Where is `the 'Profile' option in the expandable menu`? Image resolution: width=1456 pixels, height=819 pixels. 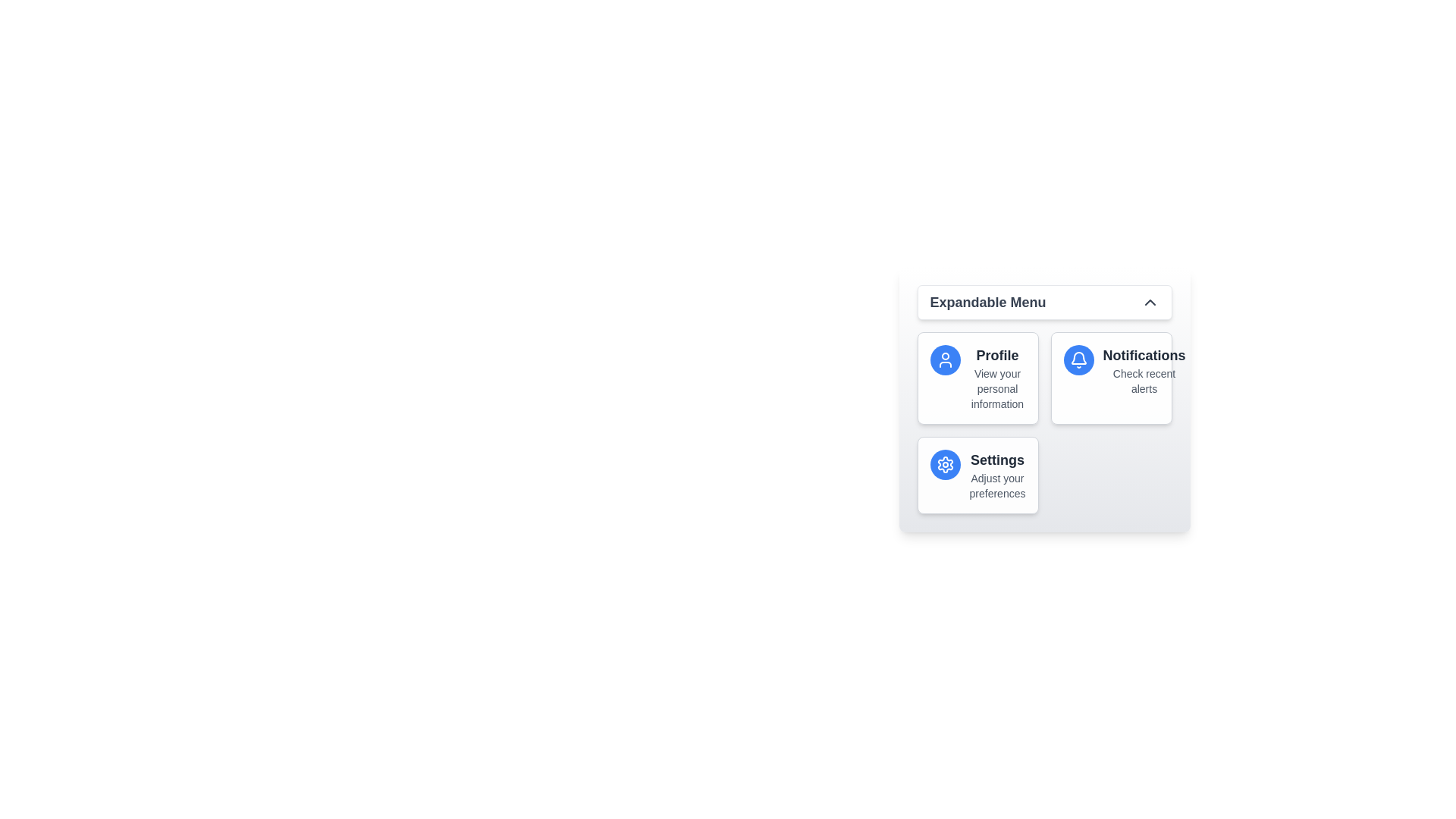 the 'Profile' option in the expandable menu is located at coordinates (997, 356).